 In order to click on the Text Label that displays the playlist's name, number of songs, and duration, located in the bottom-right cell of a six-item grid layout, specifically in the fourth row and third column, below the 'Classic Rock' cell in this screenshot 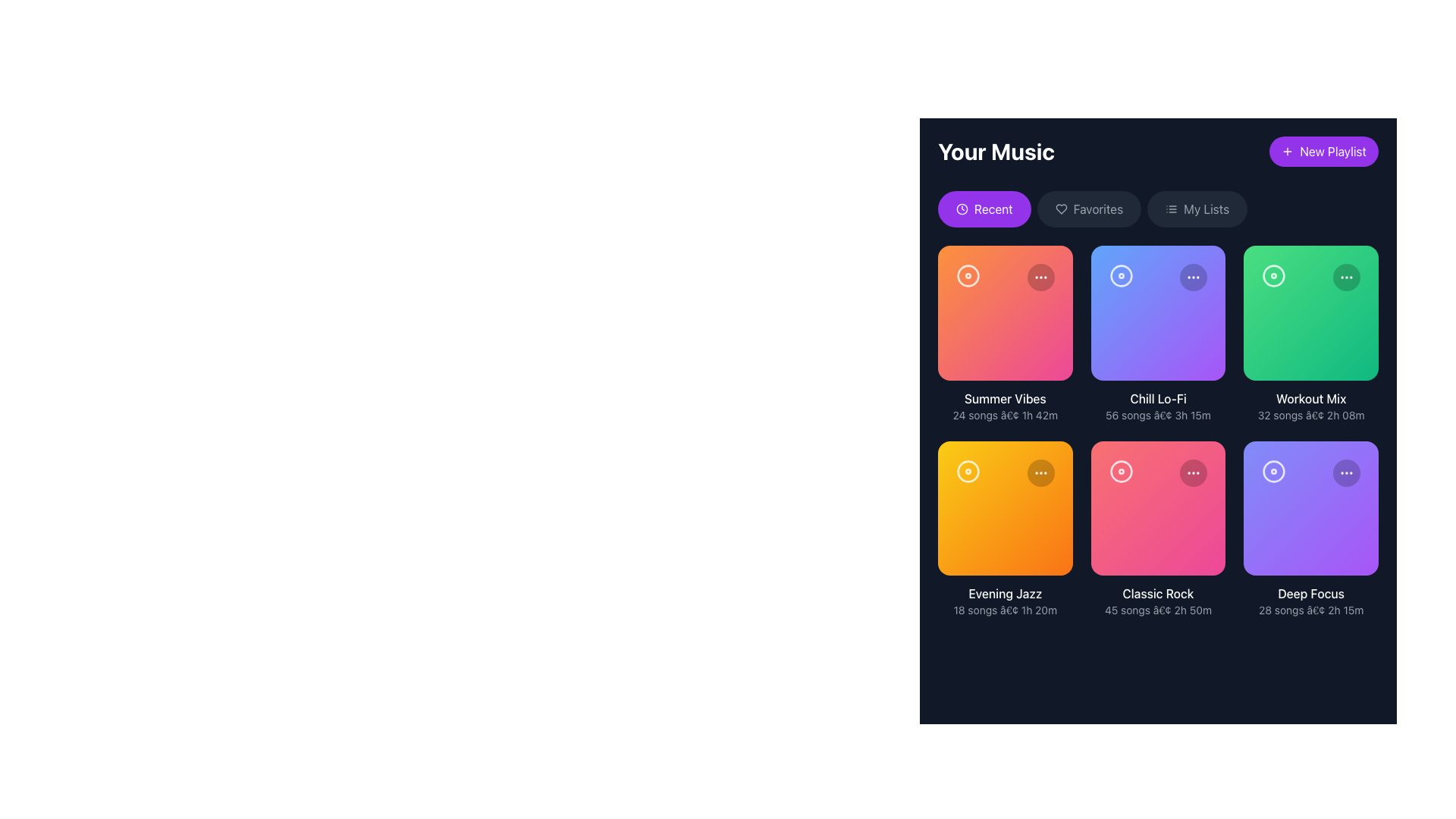, I will do `click(1310, 601)`.